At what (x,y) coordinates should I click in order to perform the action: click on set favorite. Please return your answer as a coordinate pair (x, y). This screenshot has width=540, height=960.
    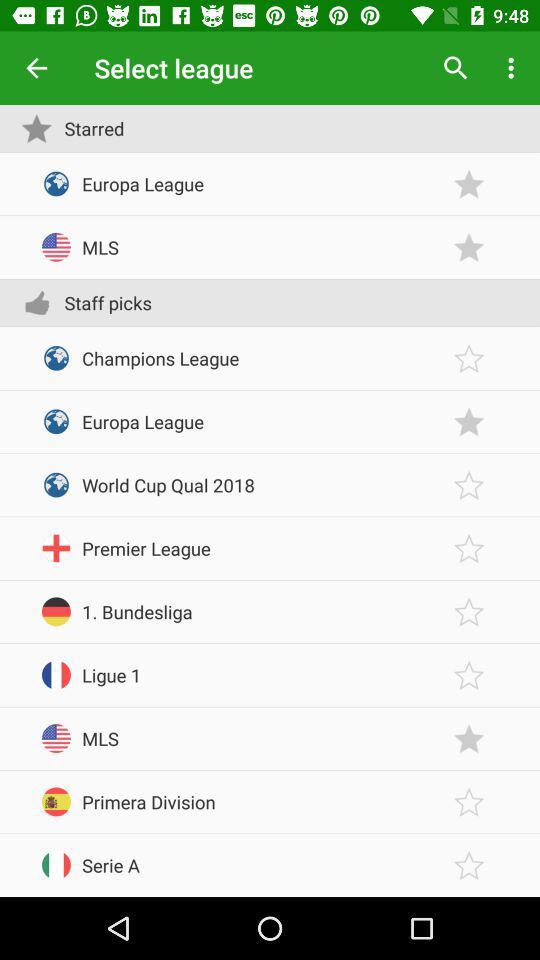
    Looking at the image, I should click on (469, 802).